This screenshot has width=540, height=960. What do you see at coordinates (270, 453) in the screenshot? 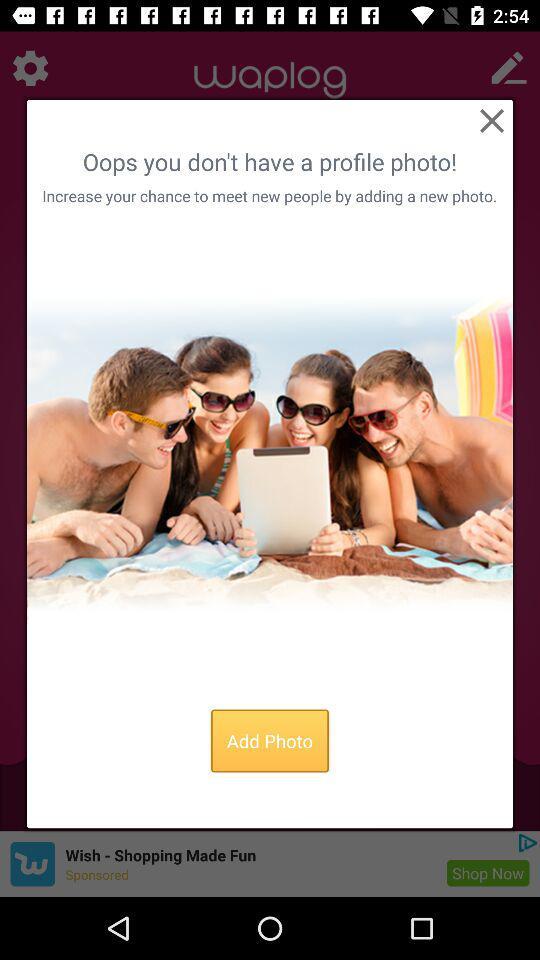
I see `item at the center` at bounding box center [270, 453].